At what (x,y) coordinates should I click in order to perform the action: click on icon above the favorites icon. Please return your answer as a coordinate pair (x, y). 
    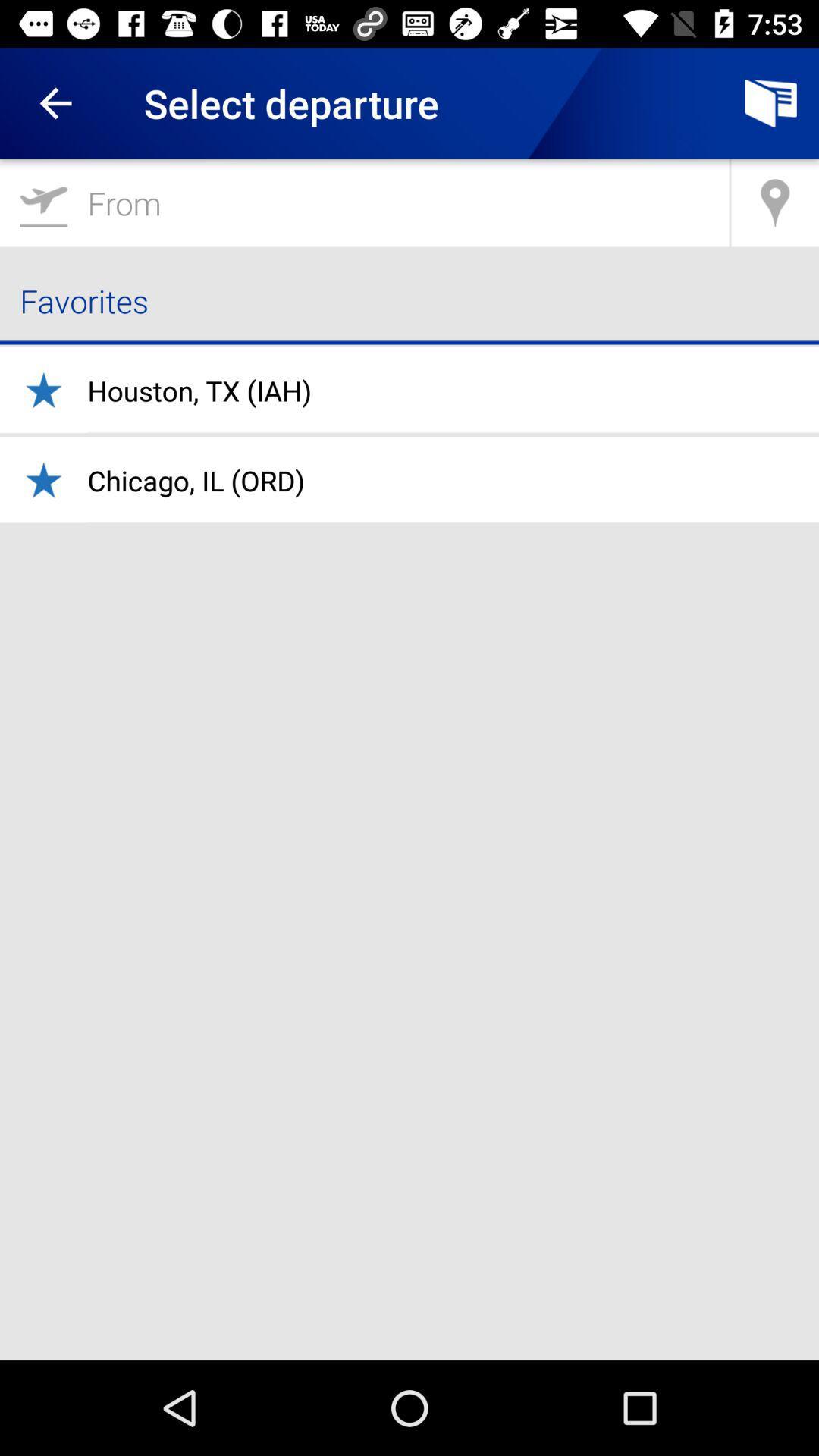
    Looking at the image, I should click on (775, 202).